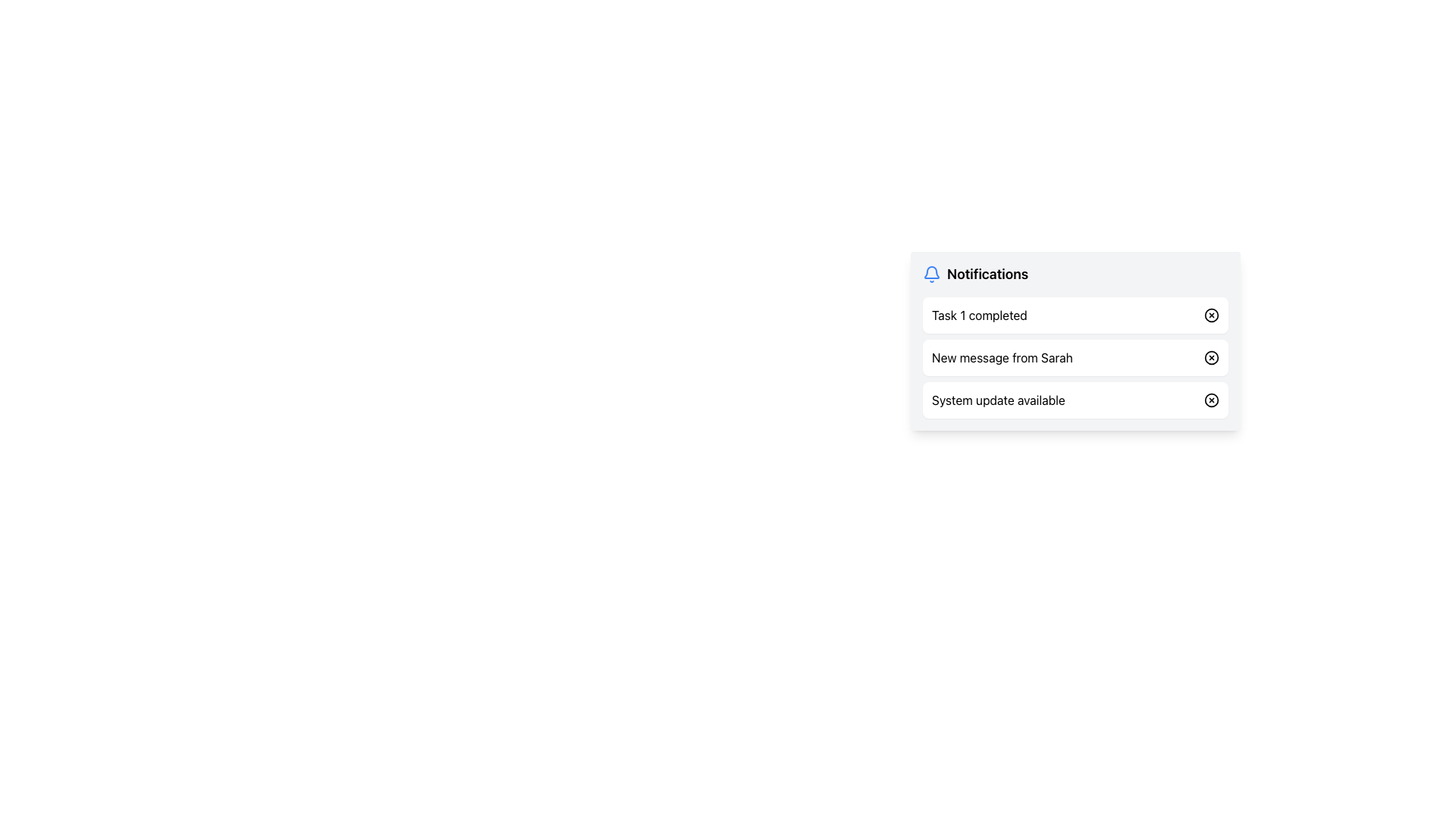  Describe the element at coordinates (1211, 400) in the screenshot. I see `the dismiss icon button on the far right side of the 'System update available' notification row` at that location.